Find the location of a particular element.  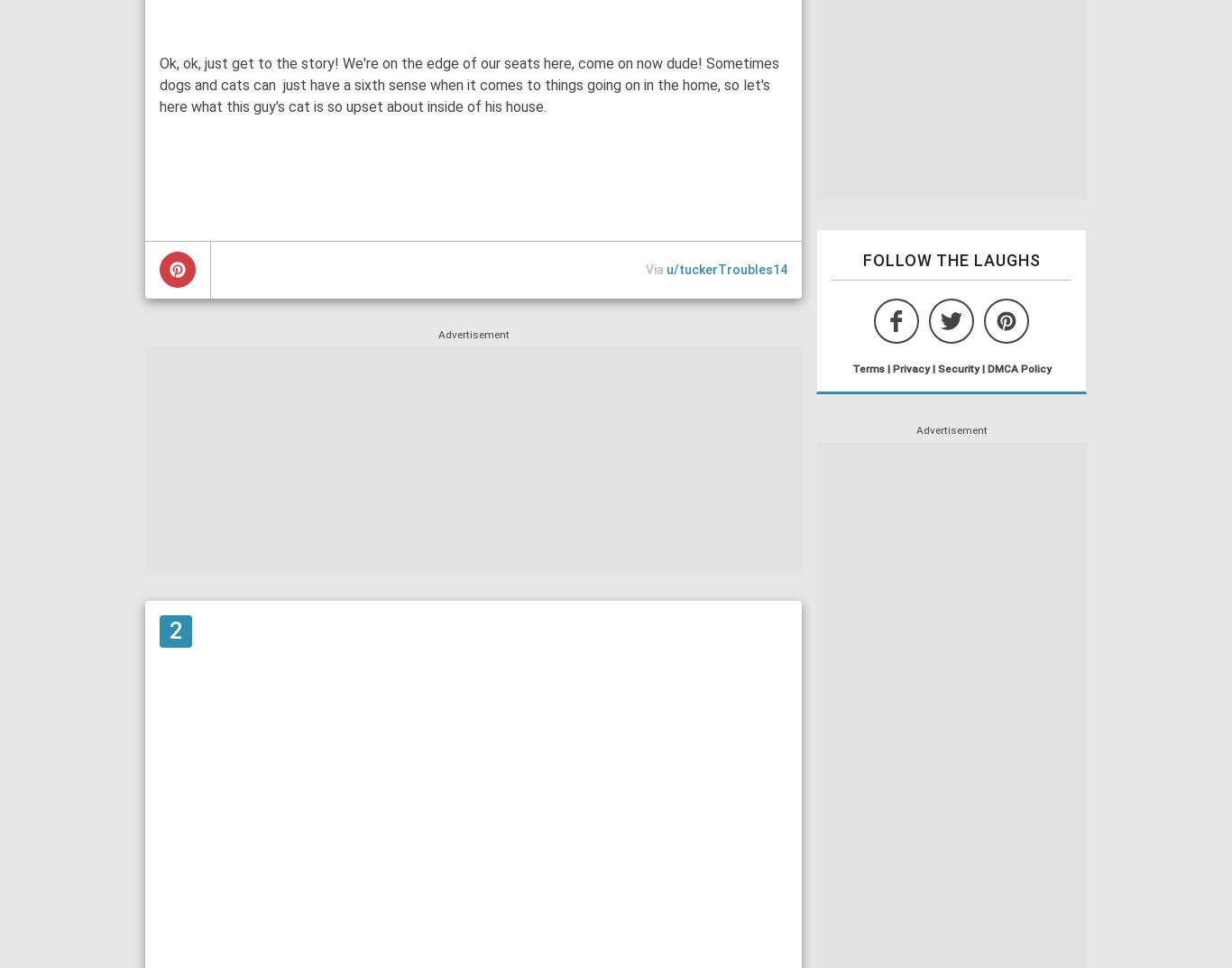

'DMCA Policy' is located at coordinates (1017, 366).